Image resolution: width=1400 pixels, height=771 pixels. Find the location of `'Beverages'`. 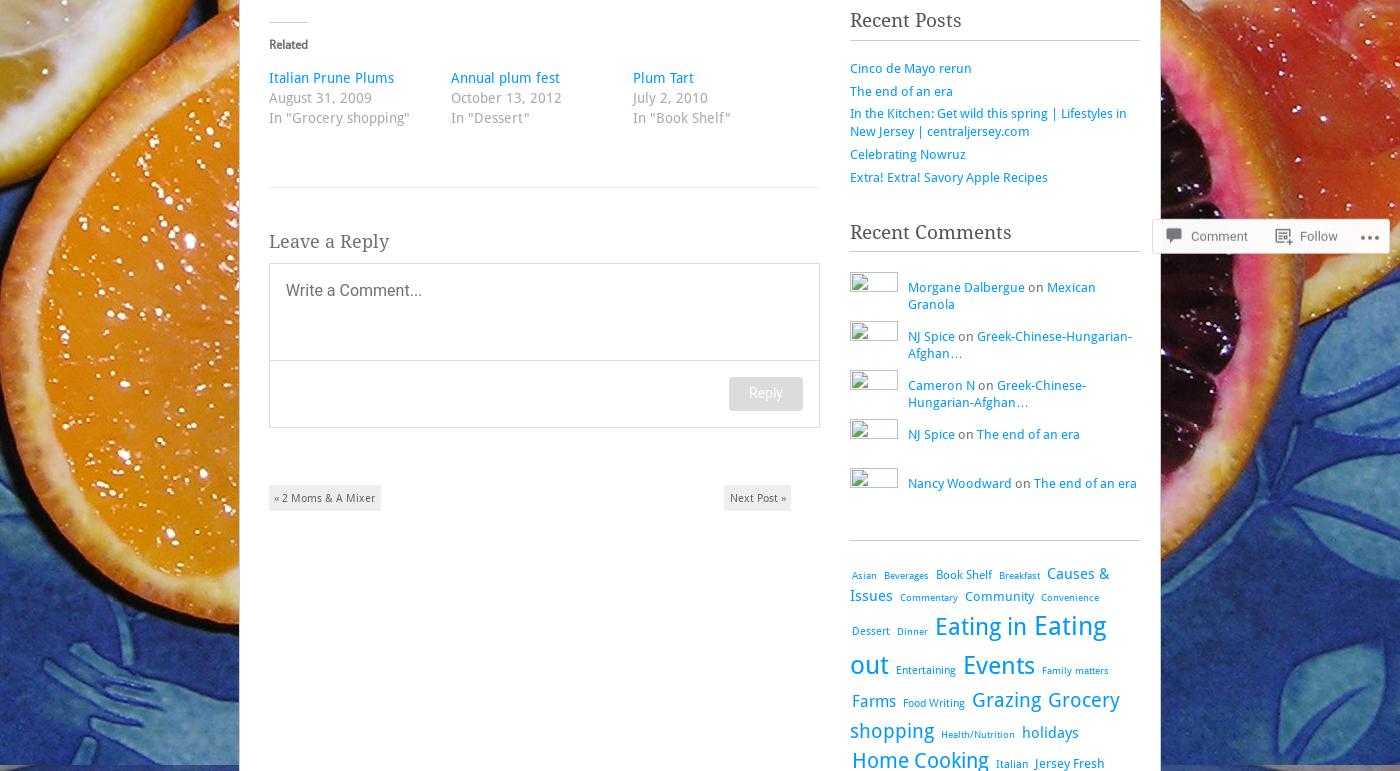

'Beverages' is located at coordinates (906, 573).